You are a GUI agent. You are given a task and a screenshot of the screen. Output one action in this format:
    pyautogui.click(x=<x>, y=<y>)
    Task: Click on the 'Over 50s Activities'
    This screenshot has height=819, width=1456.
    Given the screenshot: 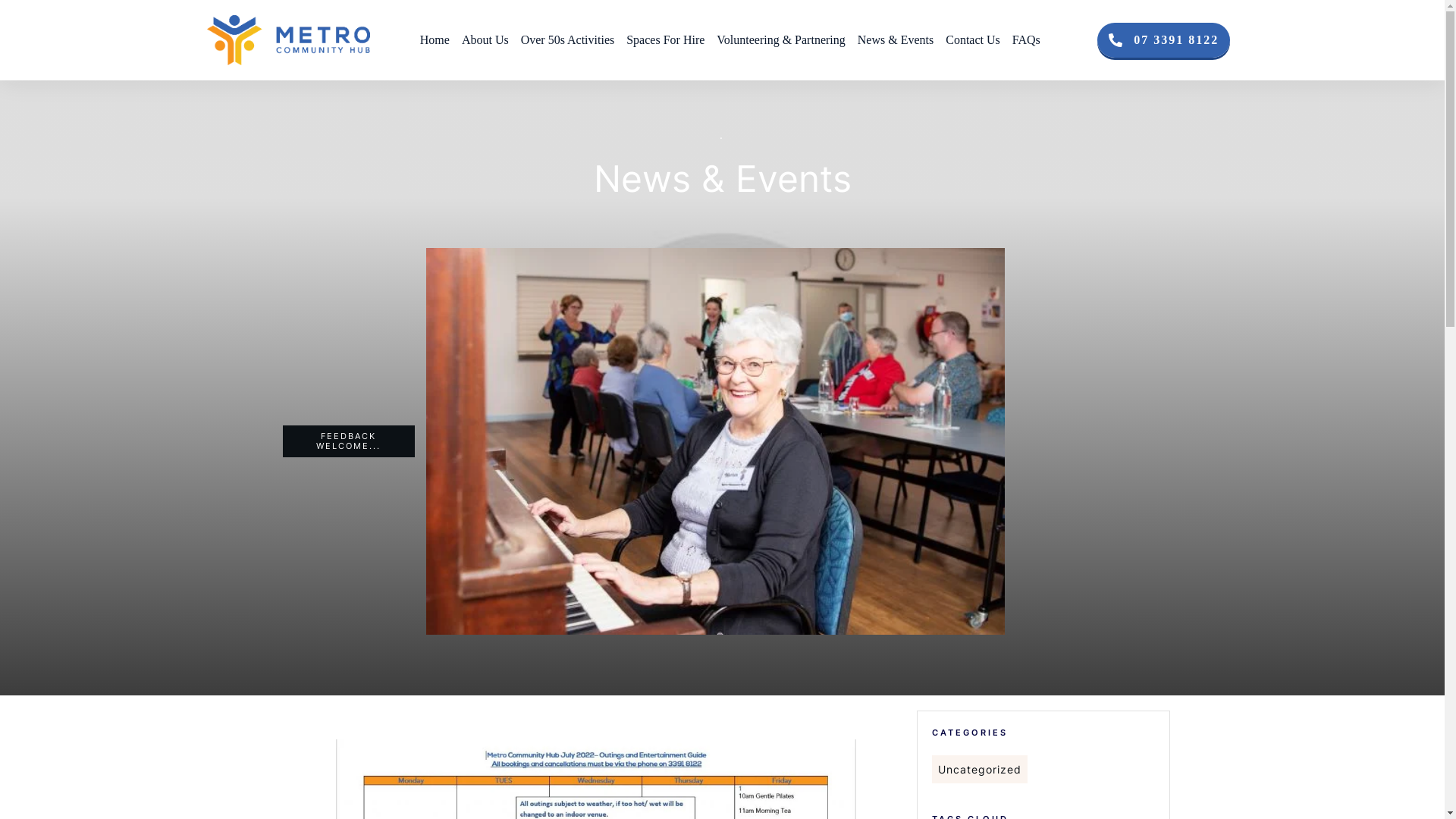 What is the action you would take?
    pyautogui.click(x=566, y=39)
    